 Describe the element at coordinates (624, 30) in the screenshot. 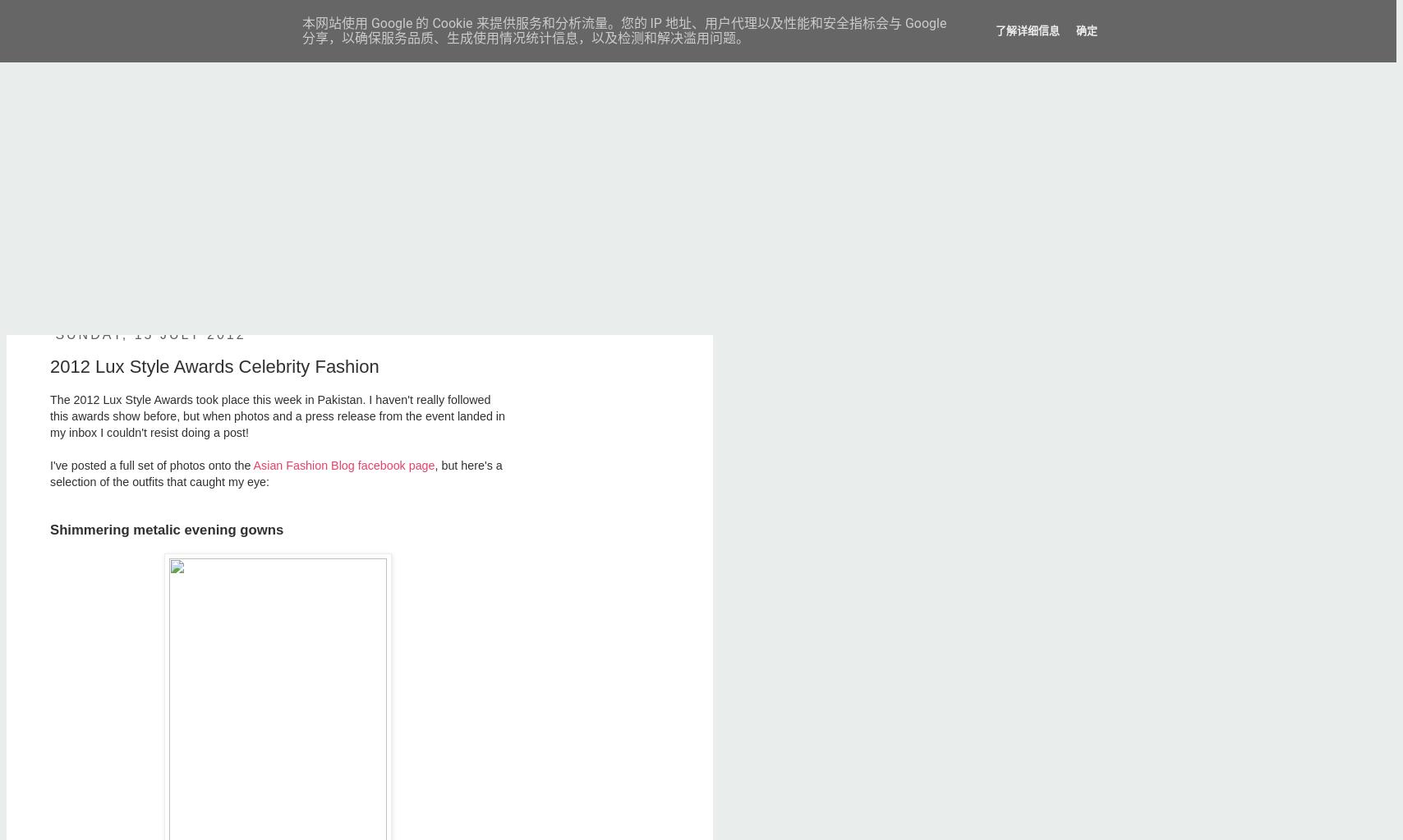

I see `'本网站使用 Google 的 Cookie 来提供服务和分析流量。您的 IP 地址、用户代理以及性能和安全指标会与 Google 分享，以确保服务品质、生成使用情况统计信息，以及检测和解决滥用问题。'` at that location.